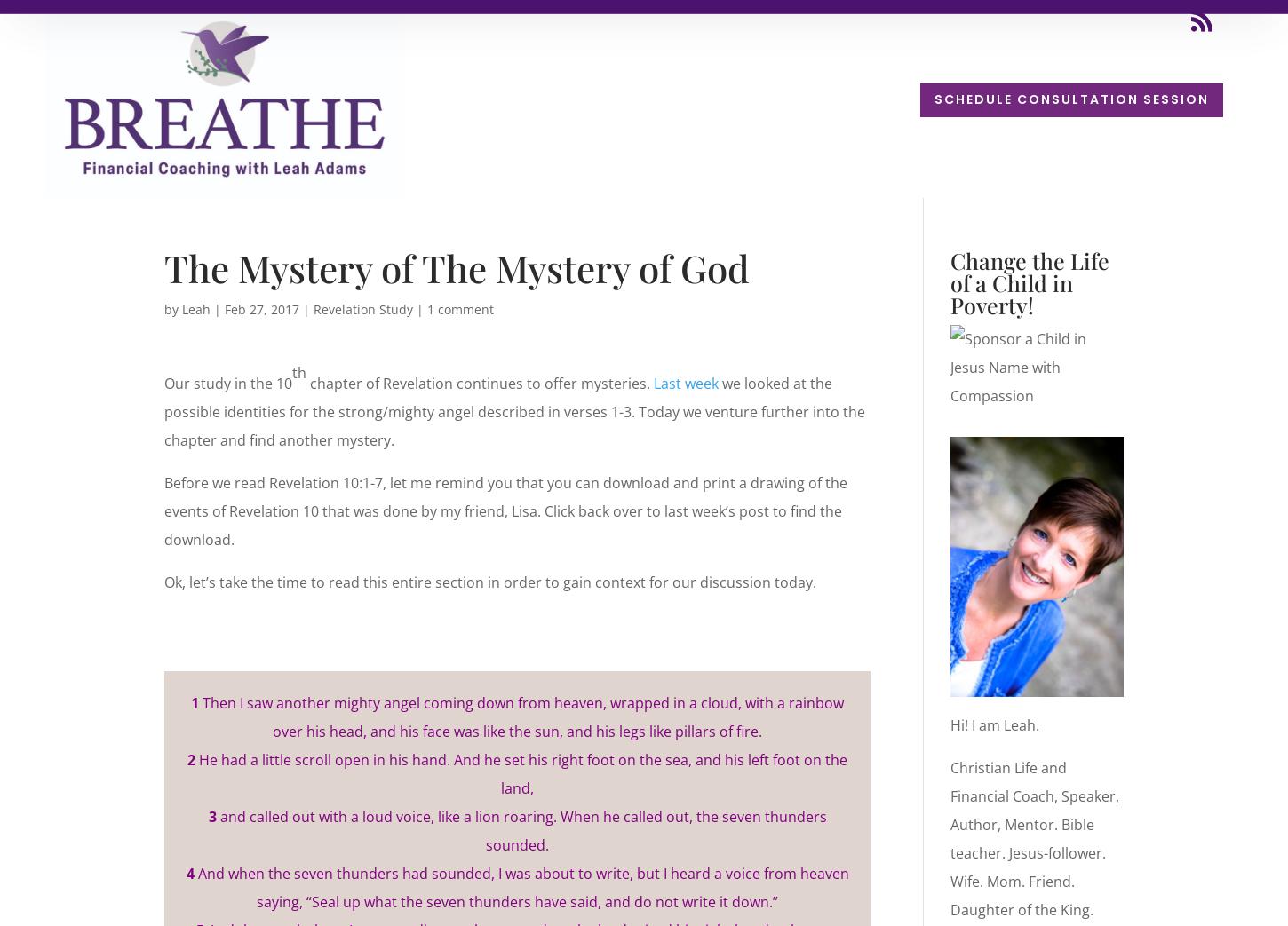 Image resolution: width=1288 pixels, height=926 pixels. I want to click on 'Hi!  I am Leah.', so click(992, 724).